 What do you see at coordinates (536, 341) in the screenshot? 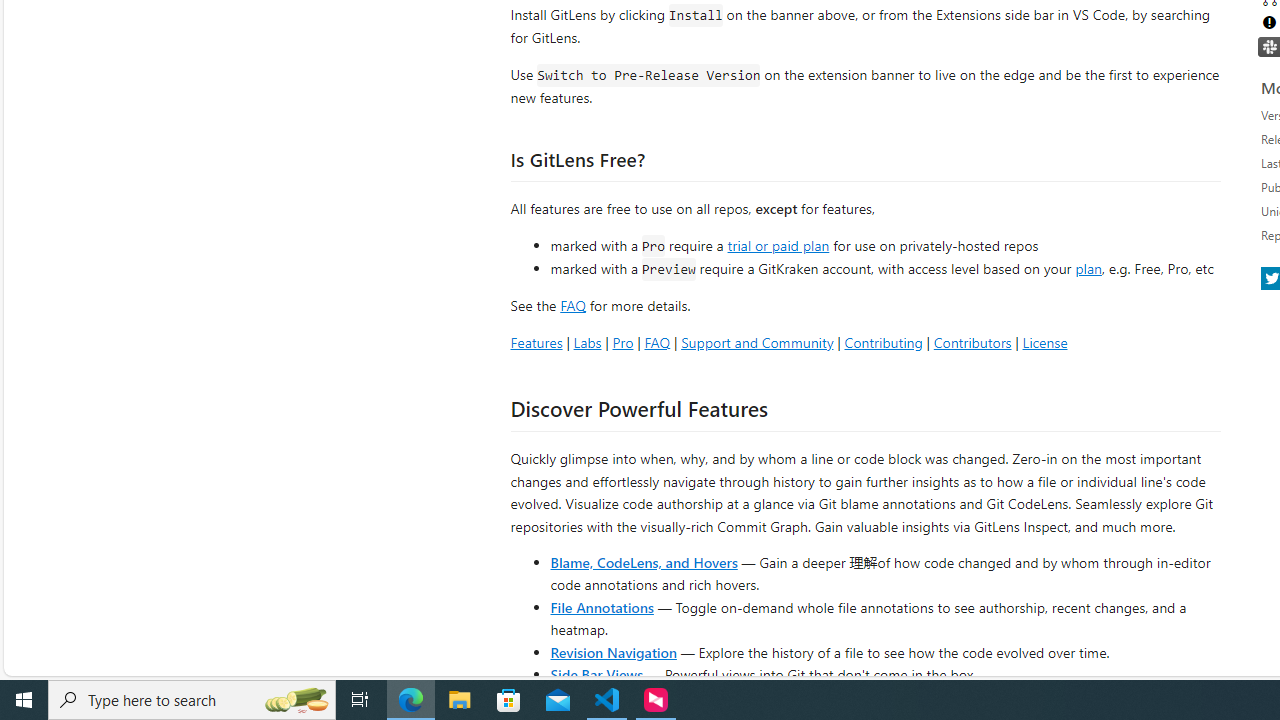
I see `'Features'` at bounding box center [536, 341].